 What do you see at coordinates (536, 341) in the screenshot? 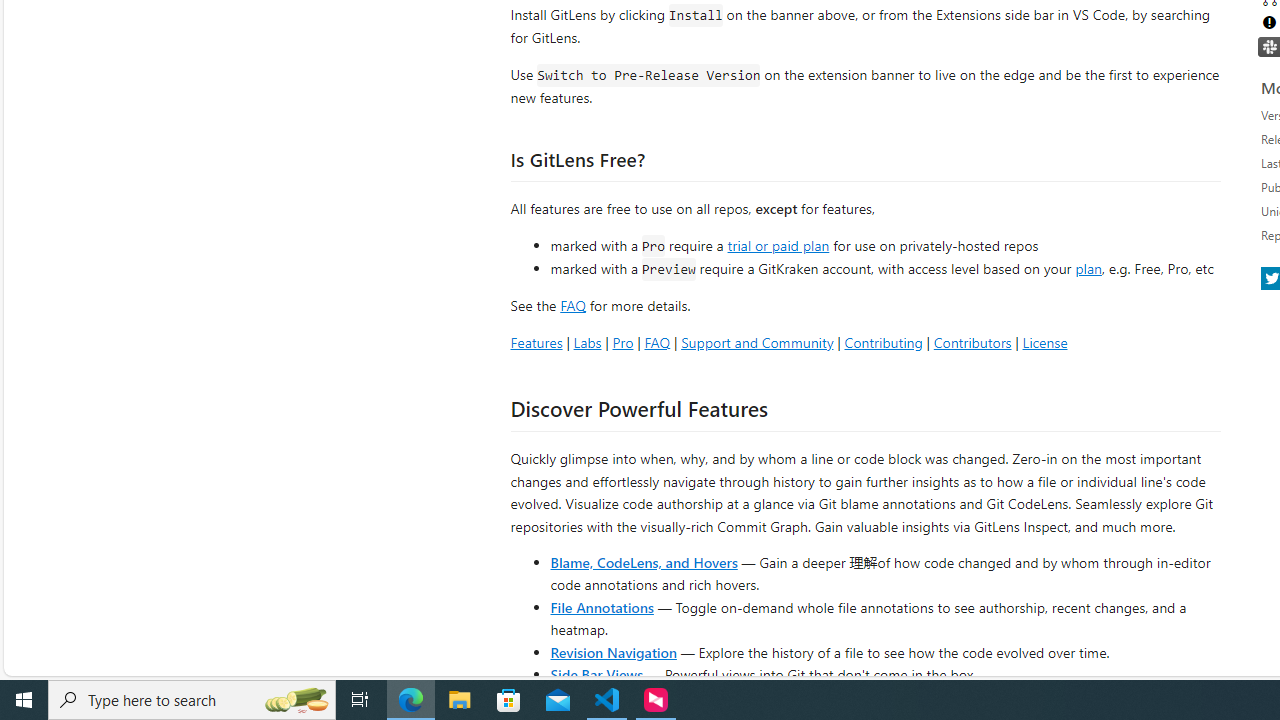
I see `'Features'` at bounding box center [536, 341].